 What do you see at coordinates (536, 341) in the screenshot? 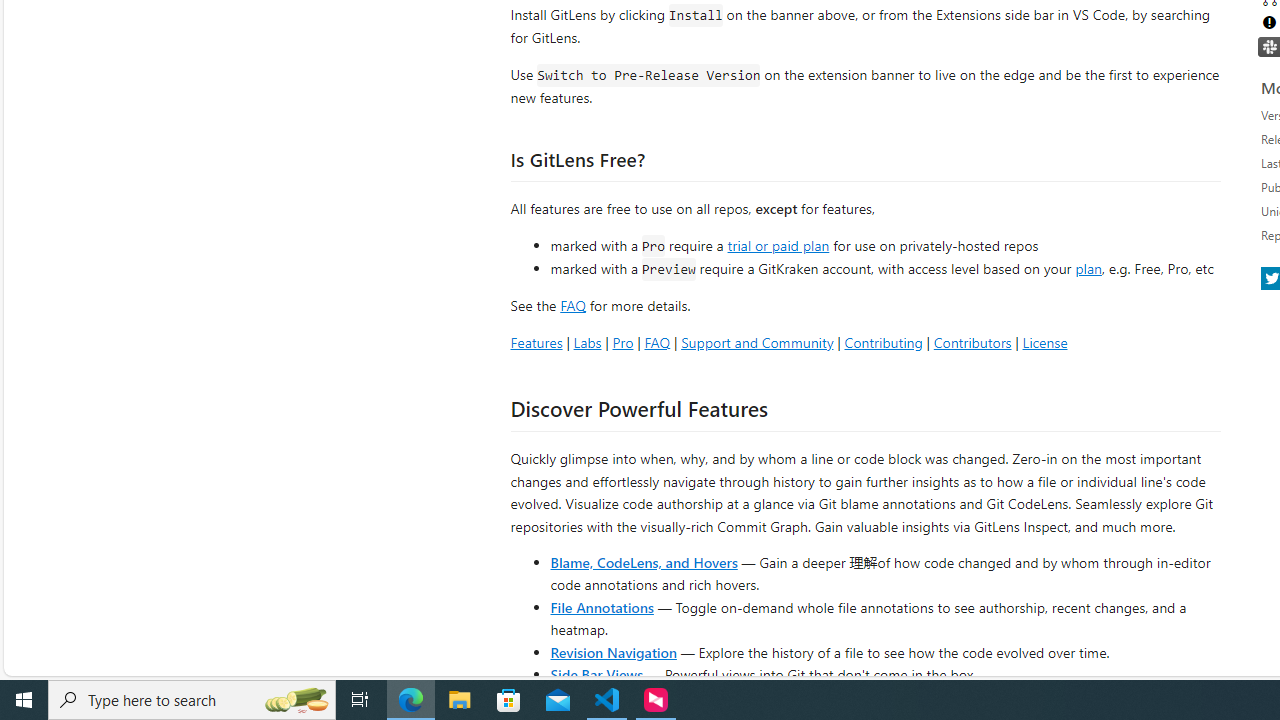
I see `'Features'` at bounding box center [536, 341].